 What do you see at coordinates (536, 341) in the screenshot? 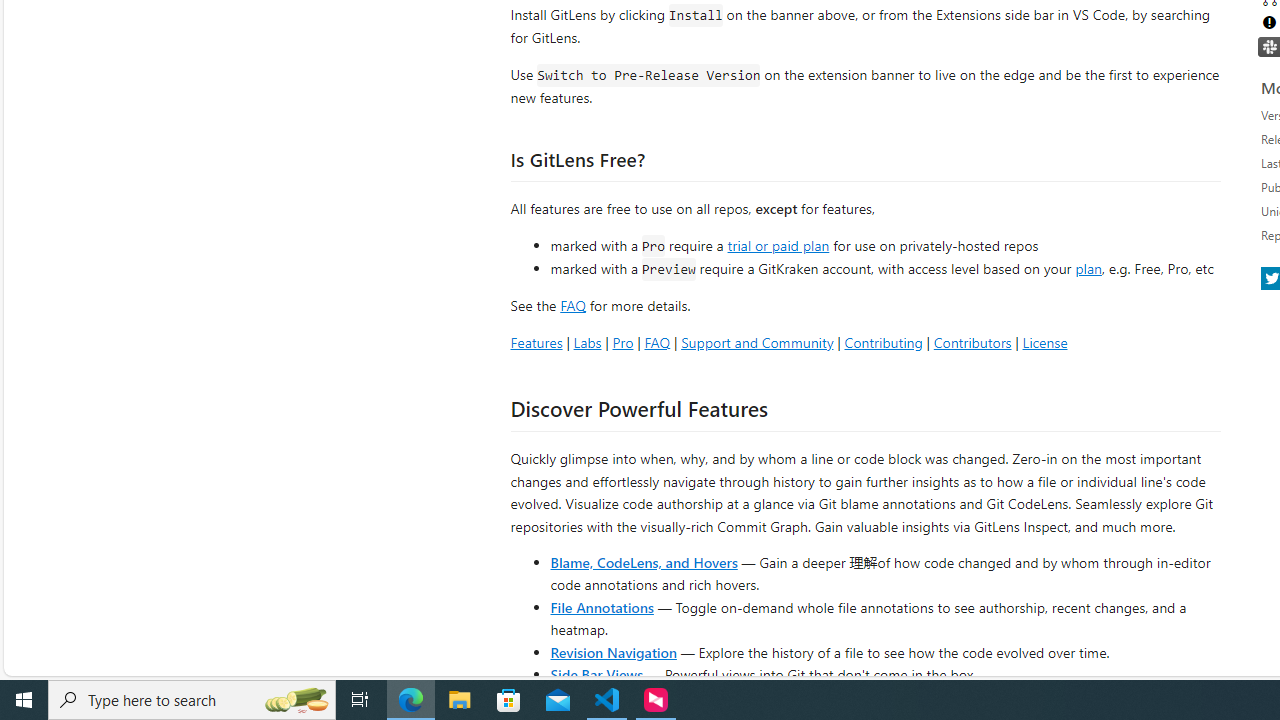
I see `'Features'` at bounding box center [536, 341].